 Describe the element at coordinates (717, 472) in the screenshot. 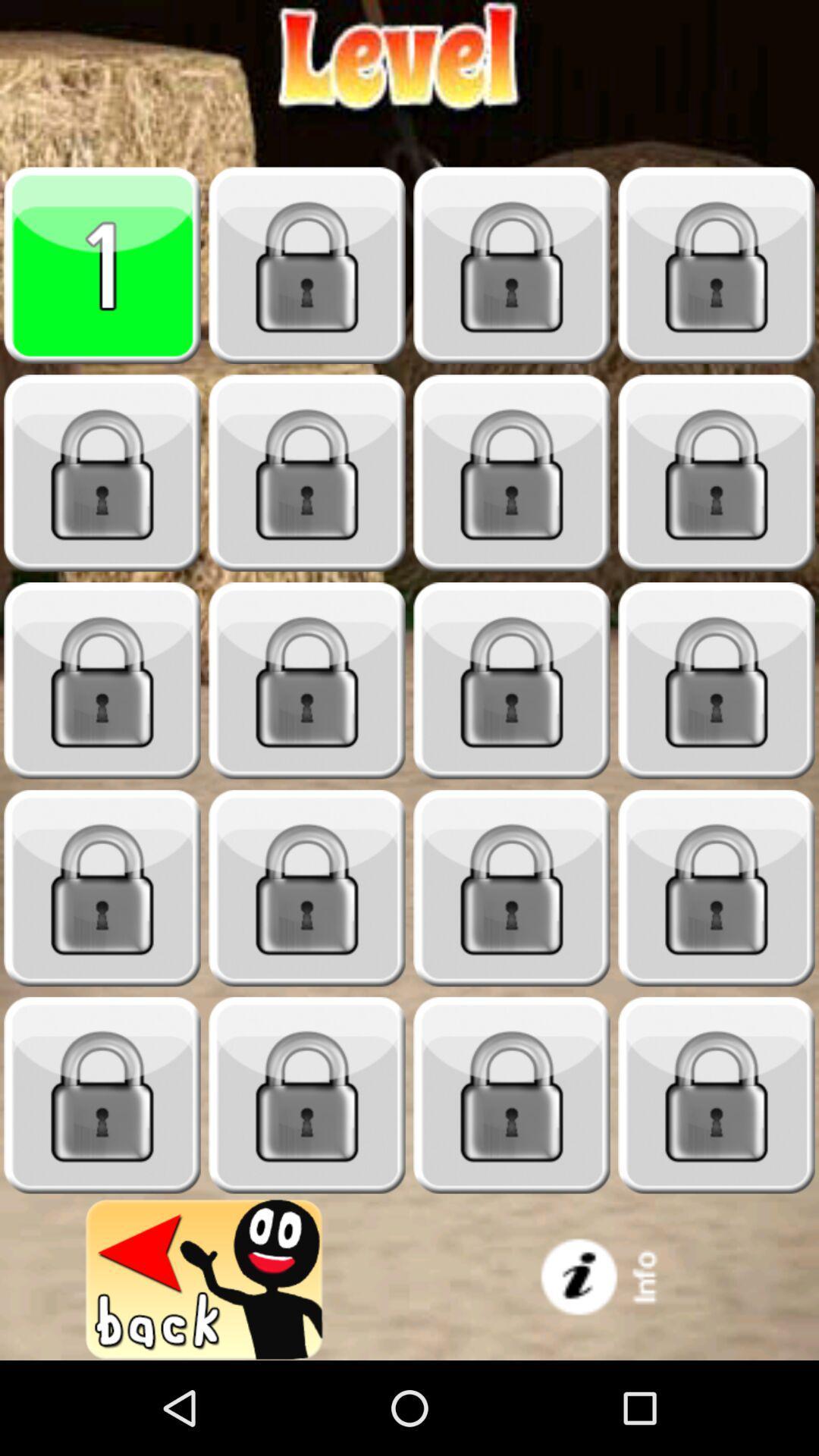

I see `8th tile` at that location.